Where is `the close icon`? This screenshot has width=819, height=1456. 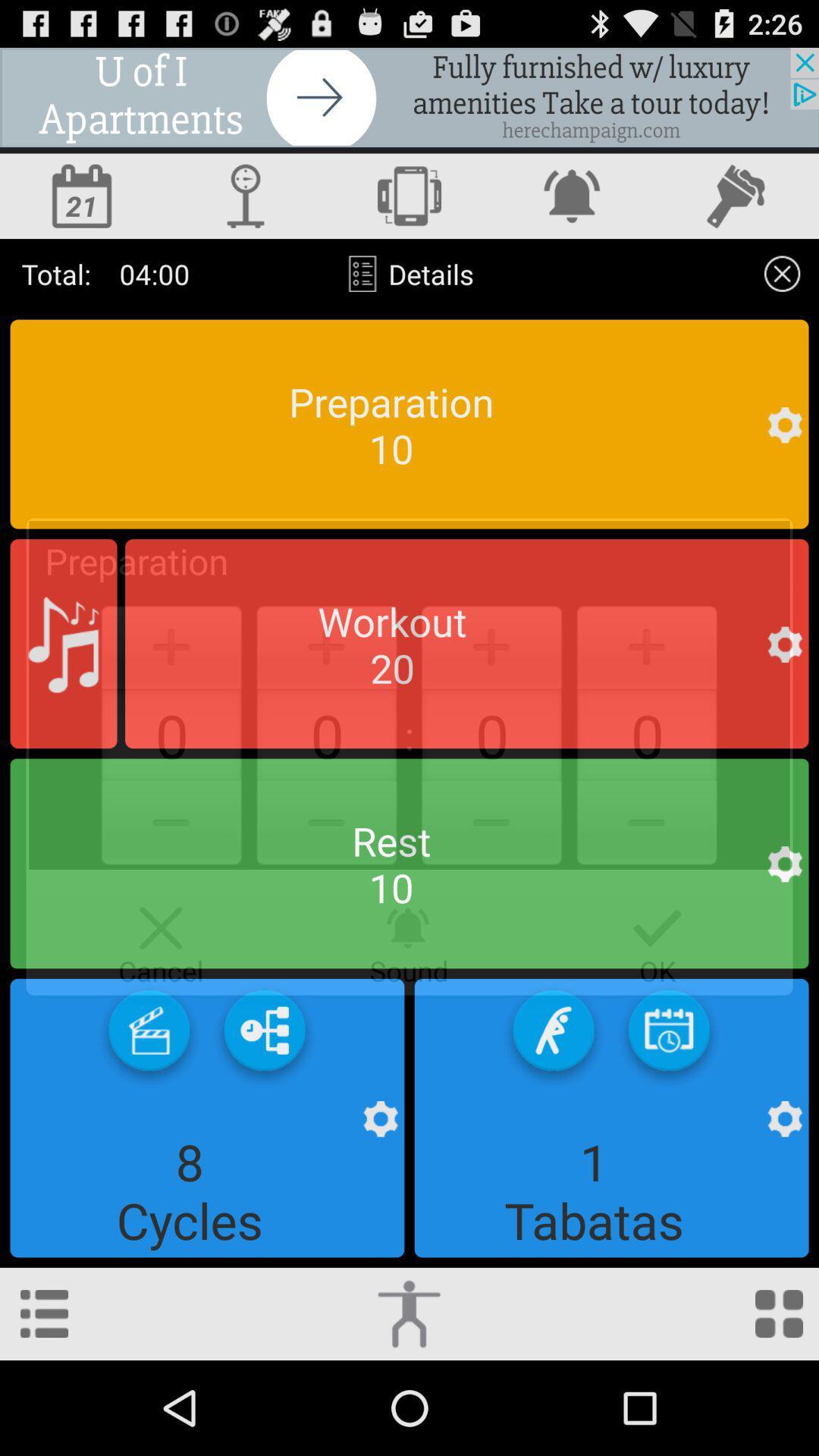 the close icon is located at coordinates (782, 293).